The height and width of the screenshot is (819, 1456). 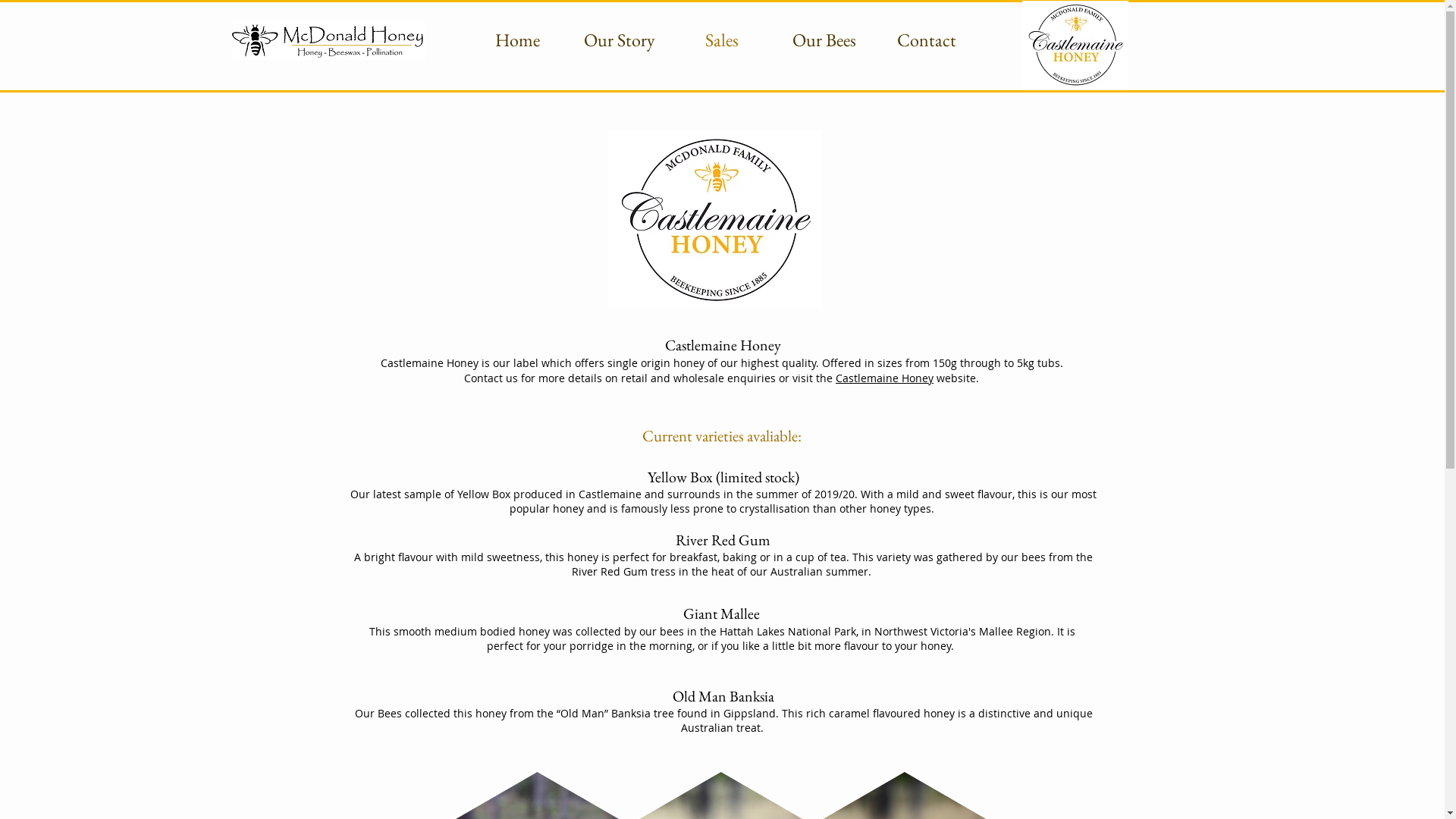 What do you see at coordinates (835, 377) in the screenshot?
I see `'Castlemaine Honey'` at bounding box center [835, 377].